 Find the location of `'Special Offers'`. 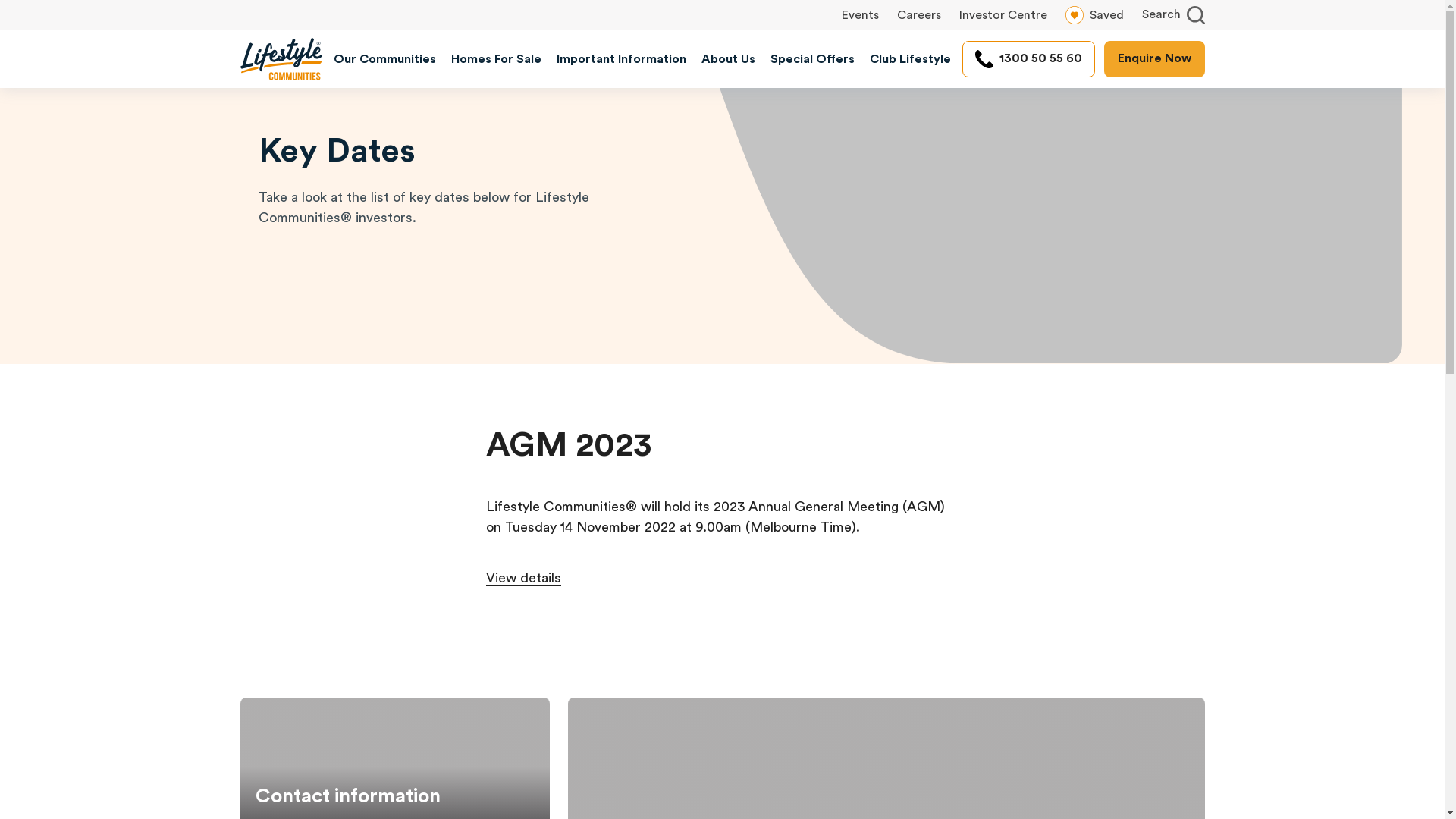

'Special Offers' is located at coordinates (811, 58).